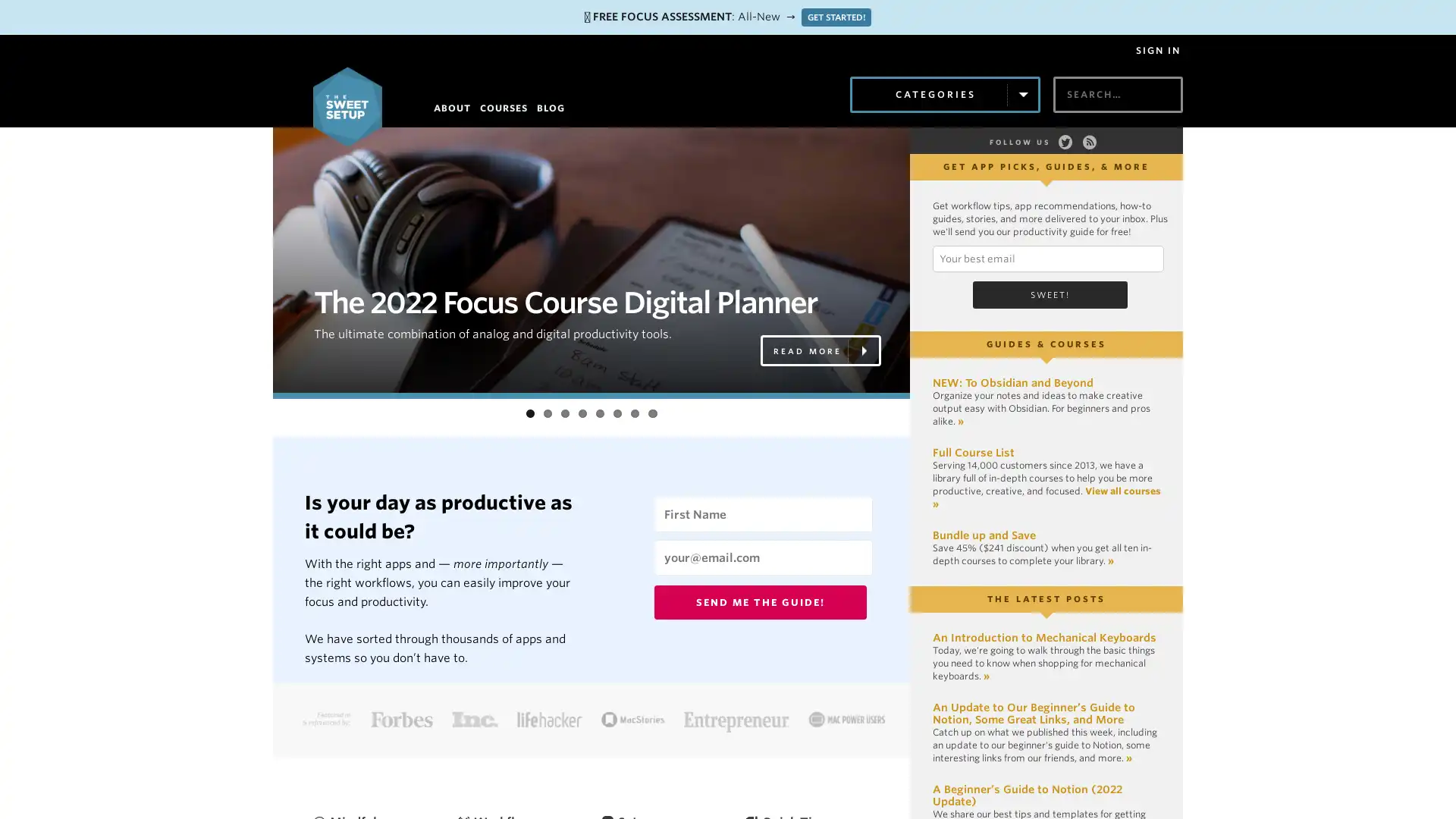 The image size is (1456, 819). I want to click on Sweet!, so click(1049, 293).